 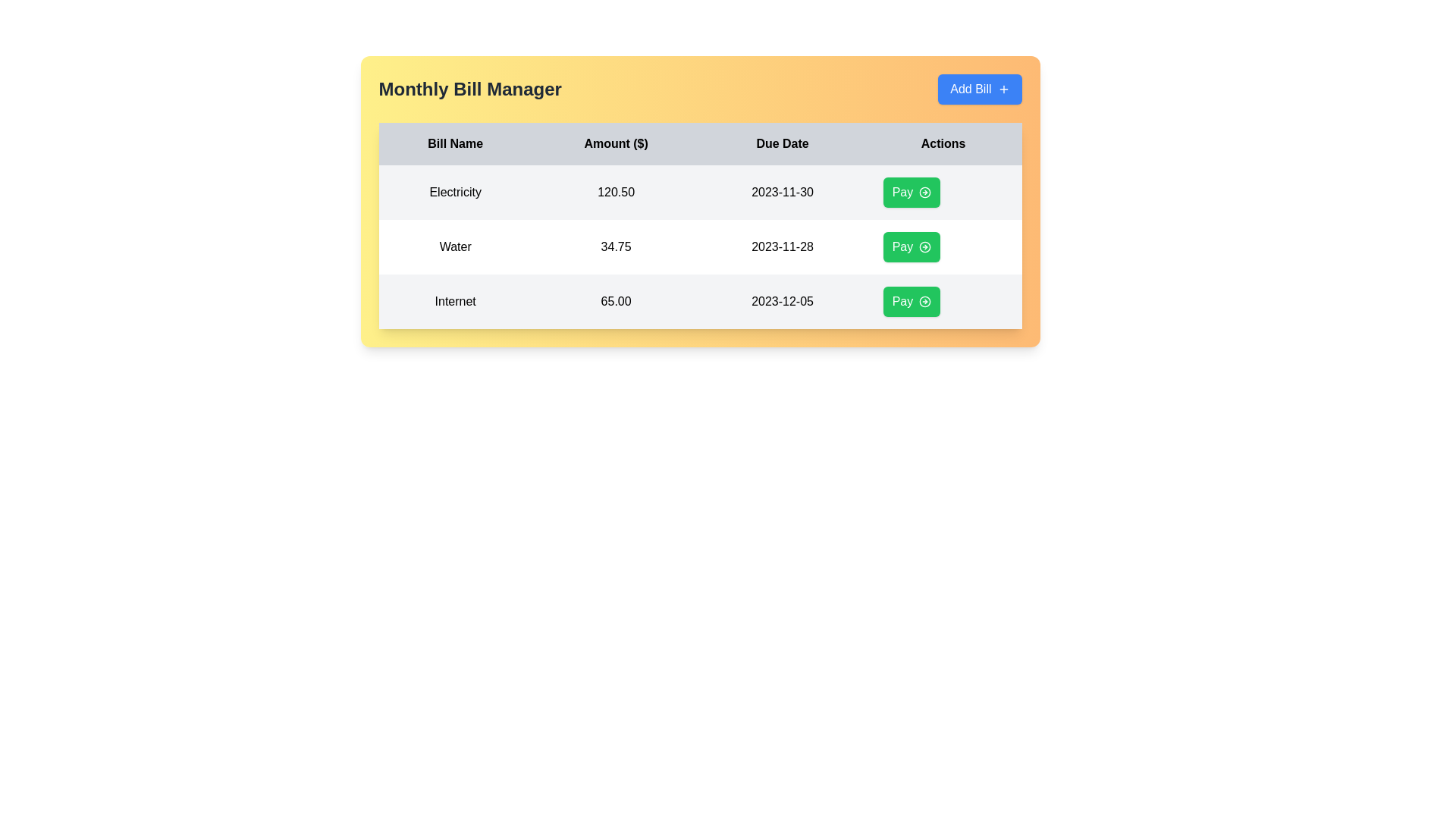 What do you see at coordinates (924, 246) in the screenshot?
I see `the payment icon within the 'Pay' button in the 'Water' bill entry` at bounding box center [924, 246].